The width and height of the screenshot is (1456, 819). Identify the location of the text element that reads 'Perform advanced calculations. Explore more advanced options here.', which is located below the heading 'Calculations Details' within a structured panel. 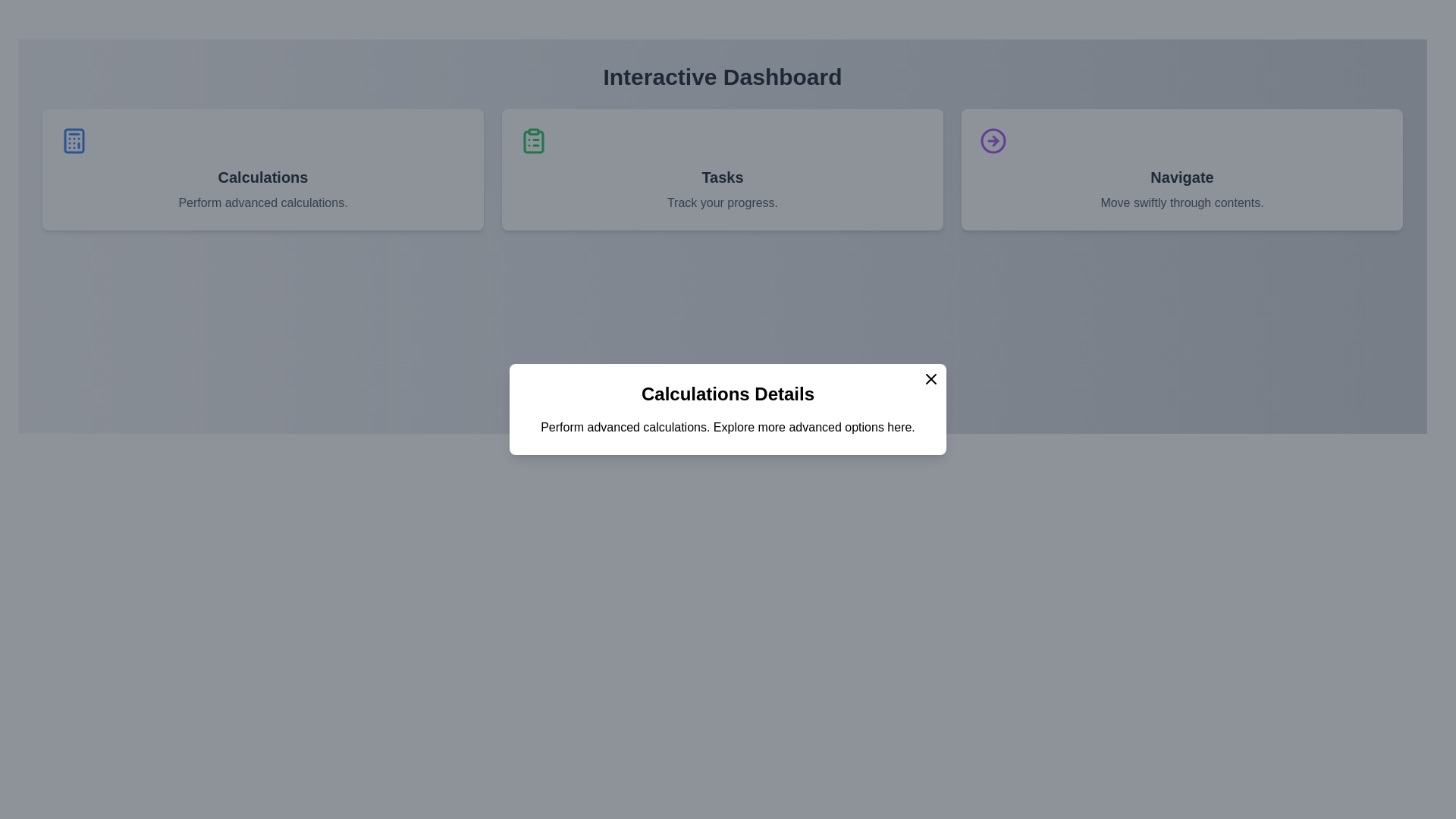
(728, 427).